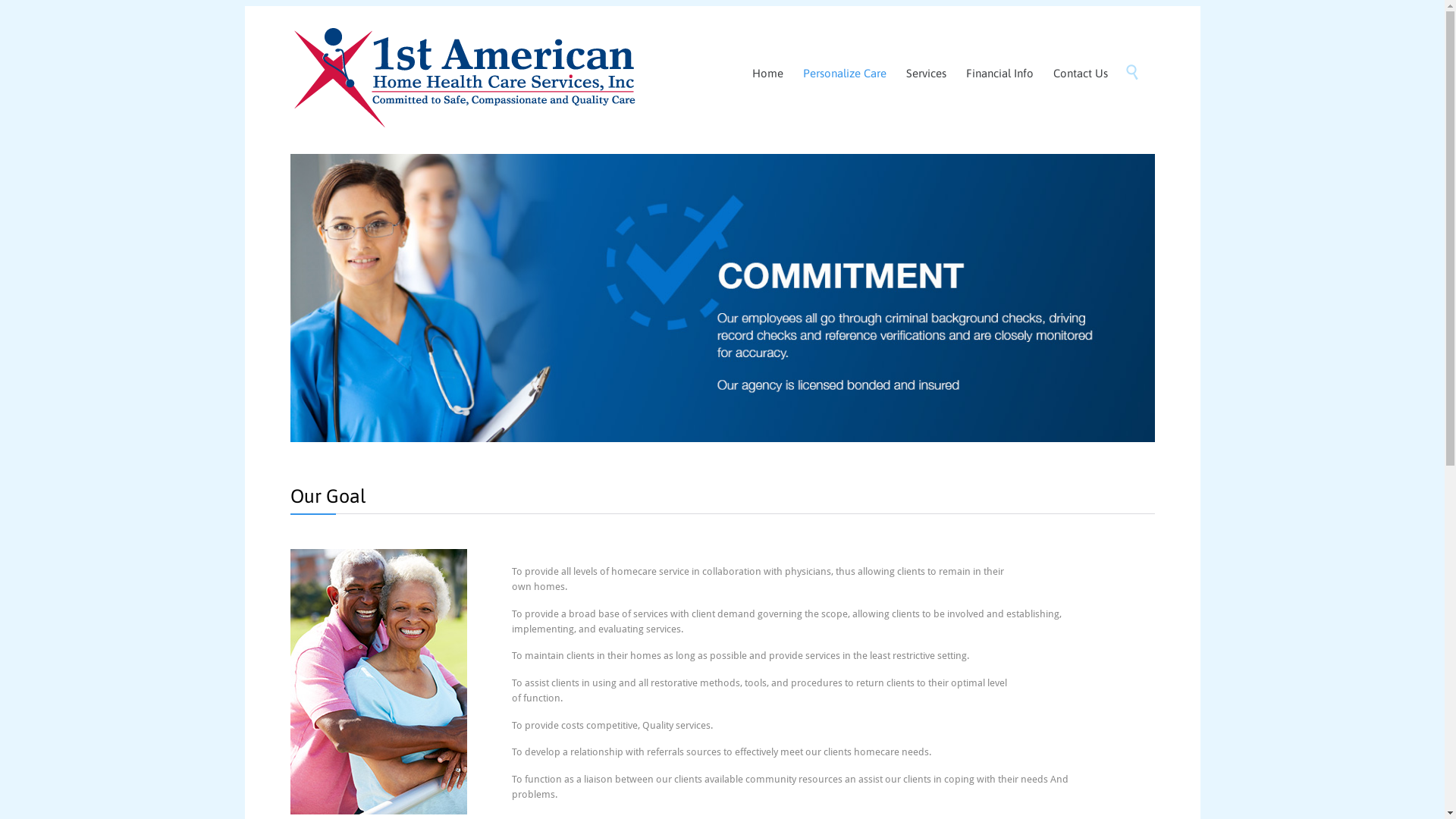 This screenshot has width=1456, height=819. What do you see at coordinates (999, 74) in the screenshot?
I see `'Financial Info'` at bounding box center [999, 74].